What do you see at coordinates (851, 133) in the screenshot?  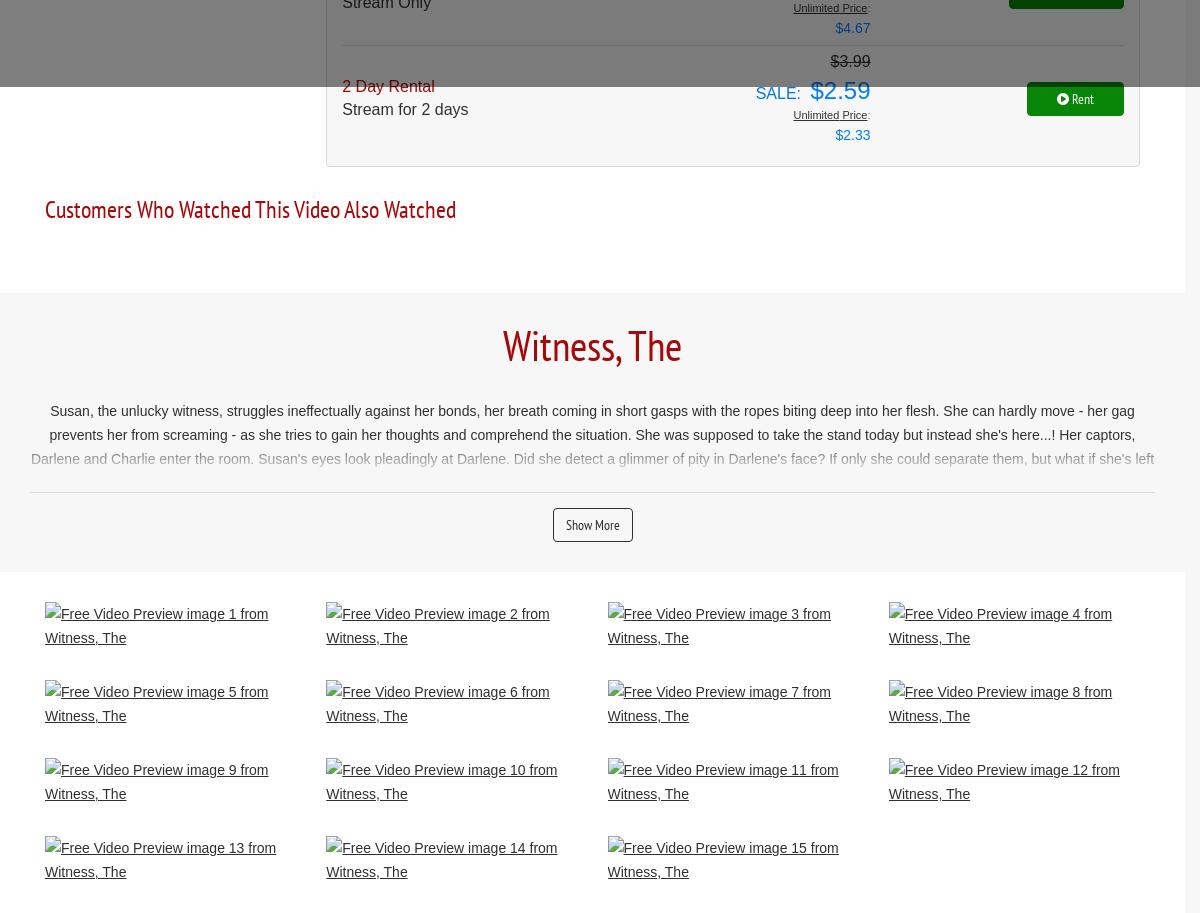 I see `'$2.33'` at bounding box center [851, 133].